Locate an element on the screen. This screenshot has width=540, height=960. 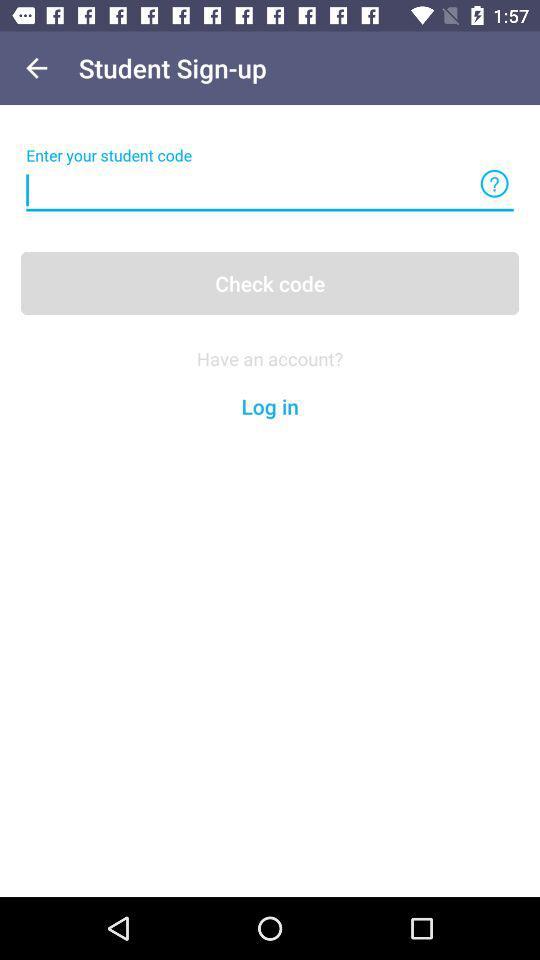
more inversmetion is located at coordinates (493, 183).